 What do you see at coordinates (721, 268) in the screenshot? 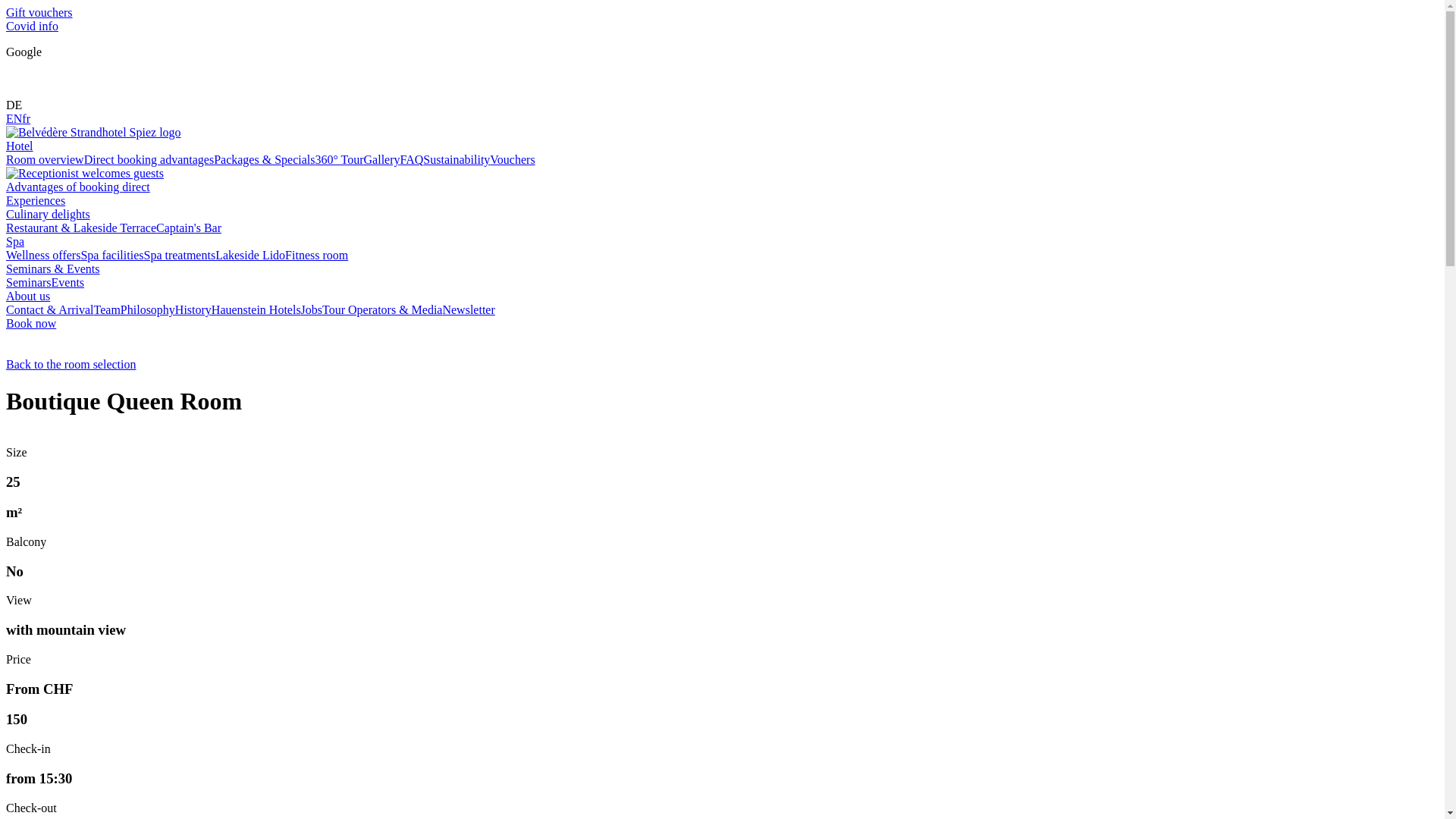
I see `'Seminars & Events'` at bounding box center [721, 268].